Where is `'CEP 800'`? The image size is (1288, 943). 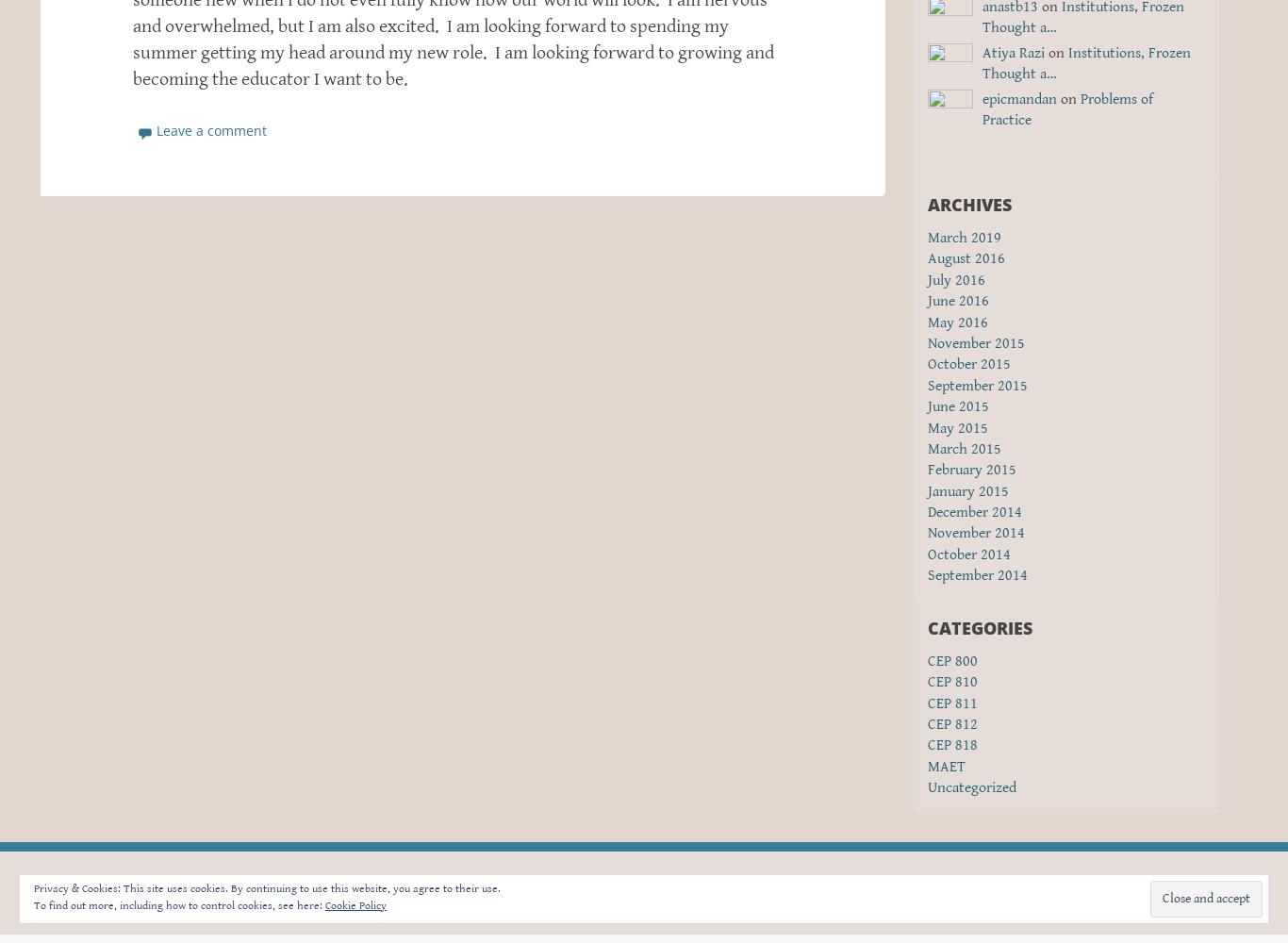
'CEP 800' is located at coordinates (928, 659).